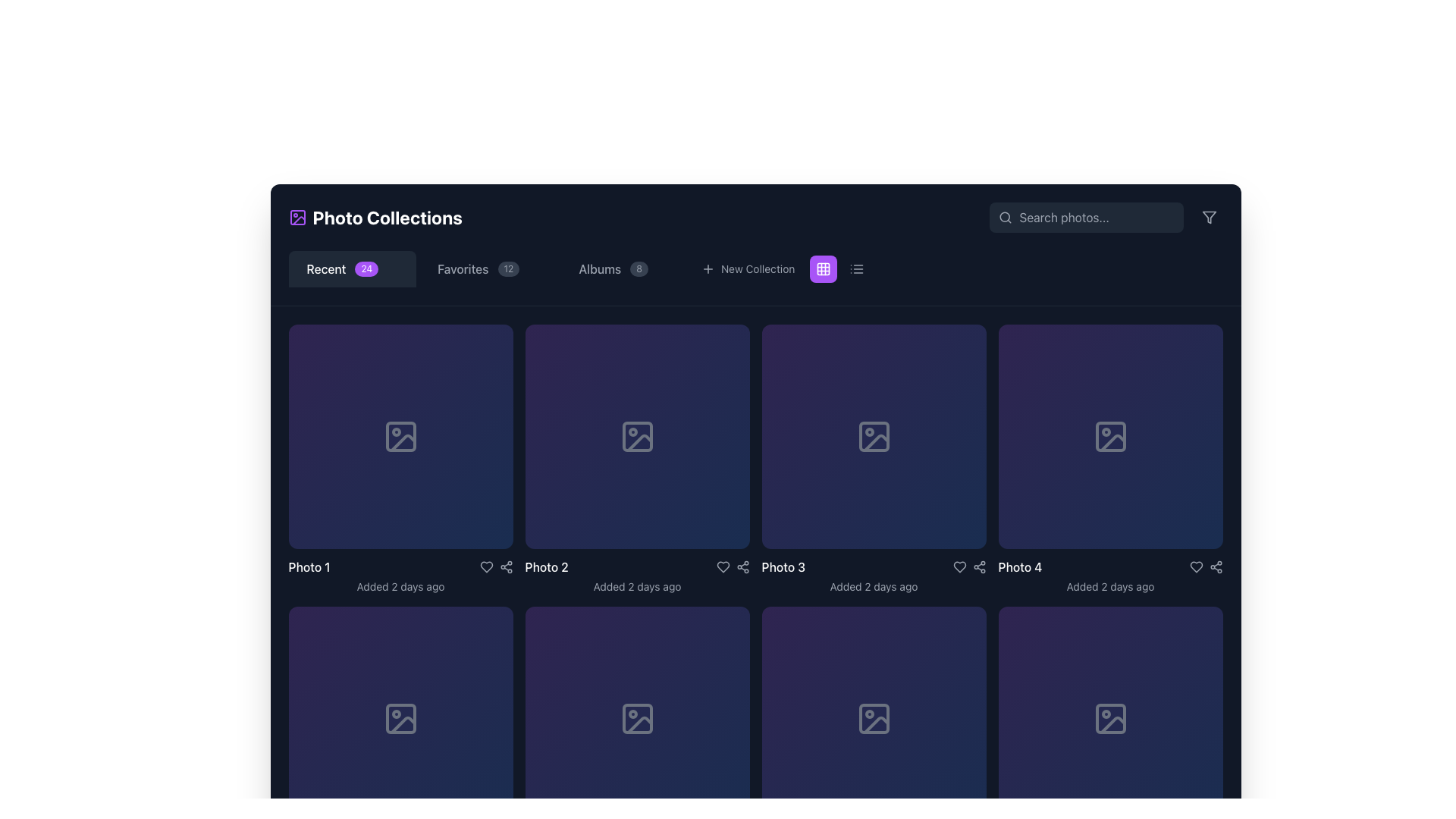 The image size is (1456, 819). Describe the element at coordinates (1195, 567) in the screenshot. I see `the Heart icon located in the bottom right of the 'Photo 4' image card` at that location.